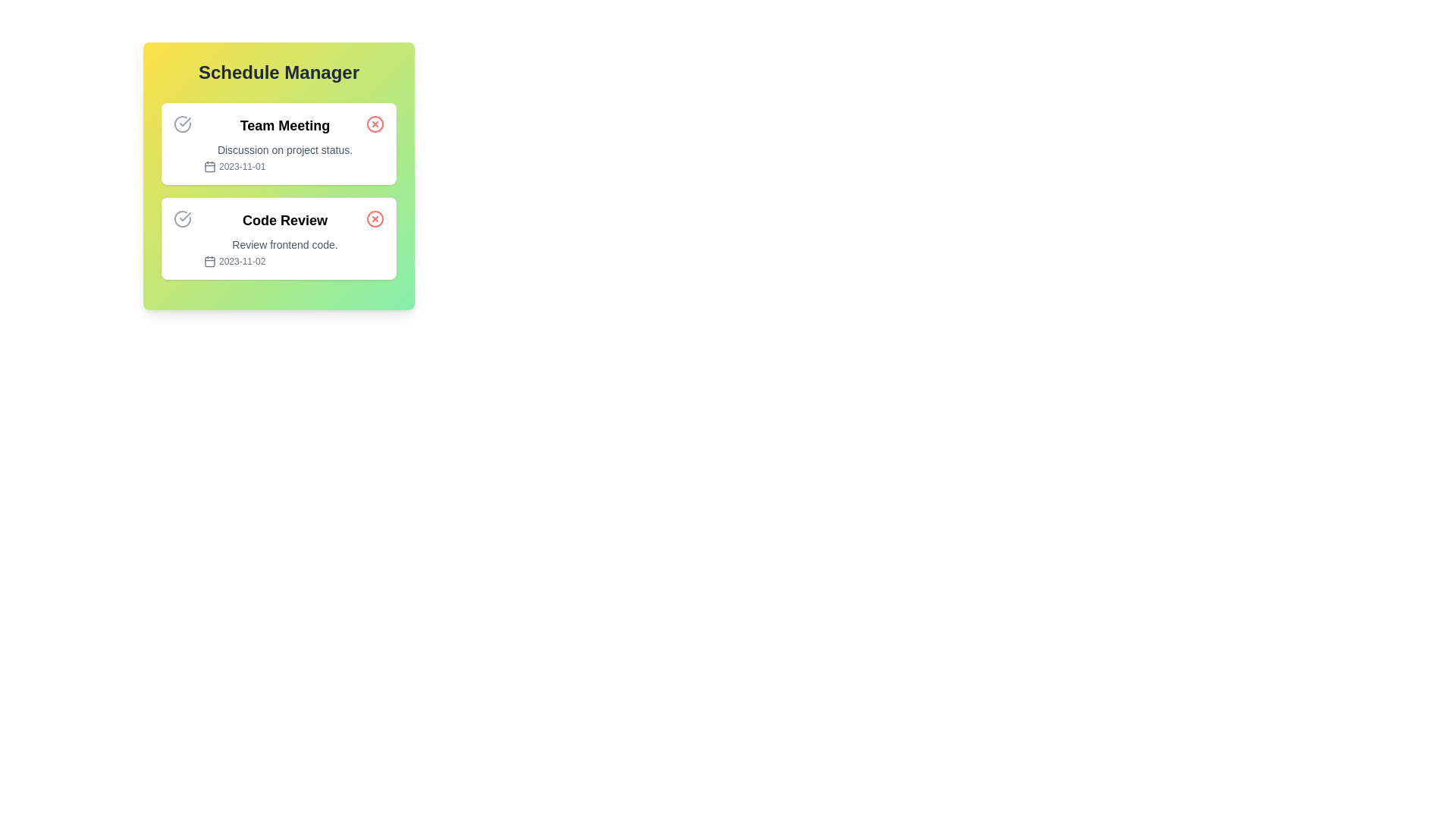 This screenshot has width=1456, height=819. What do you see at coordinates (182, 219) in the screenshot?
I see `the SVG-based Icon located to the left of the 'Code Review' title` at bounding box center [182, 219].